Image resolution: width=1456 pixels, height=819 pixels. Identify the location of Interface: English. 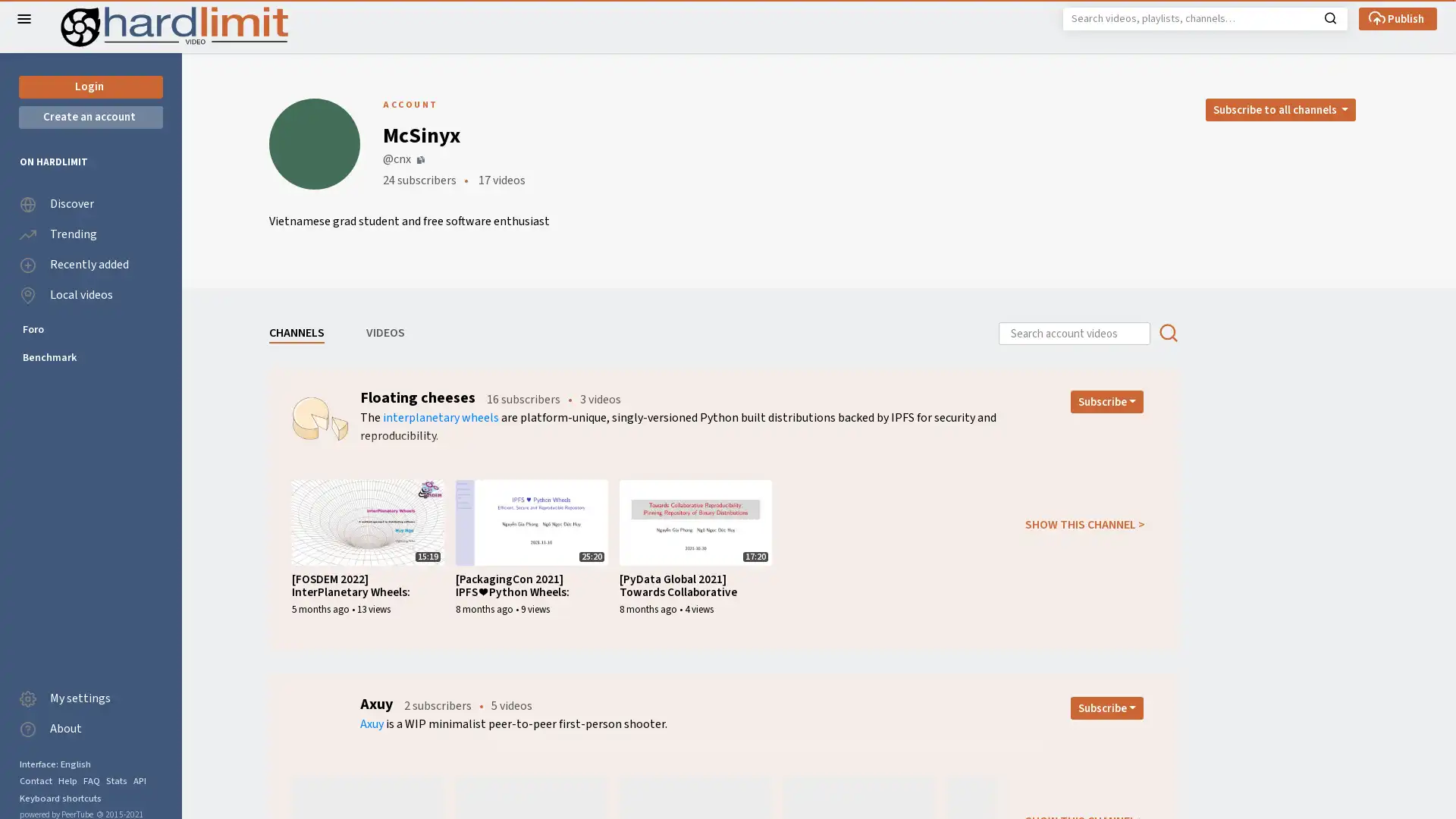
(55, 764).